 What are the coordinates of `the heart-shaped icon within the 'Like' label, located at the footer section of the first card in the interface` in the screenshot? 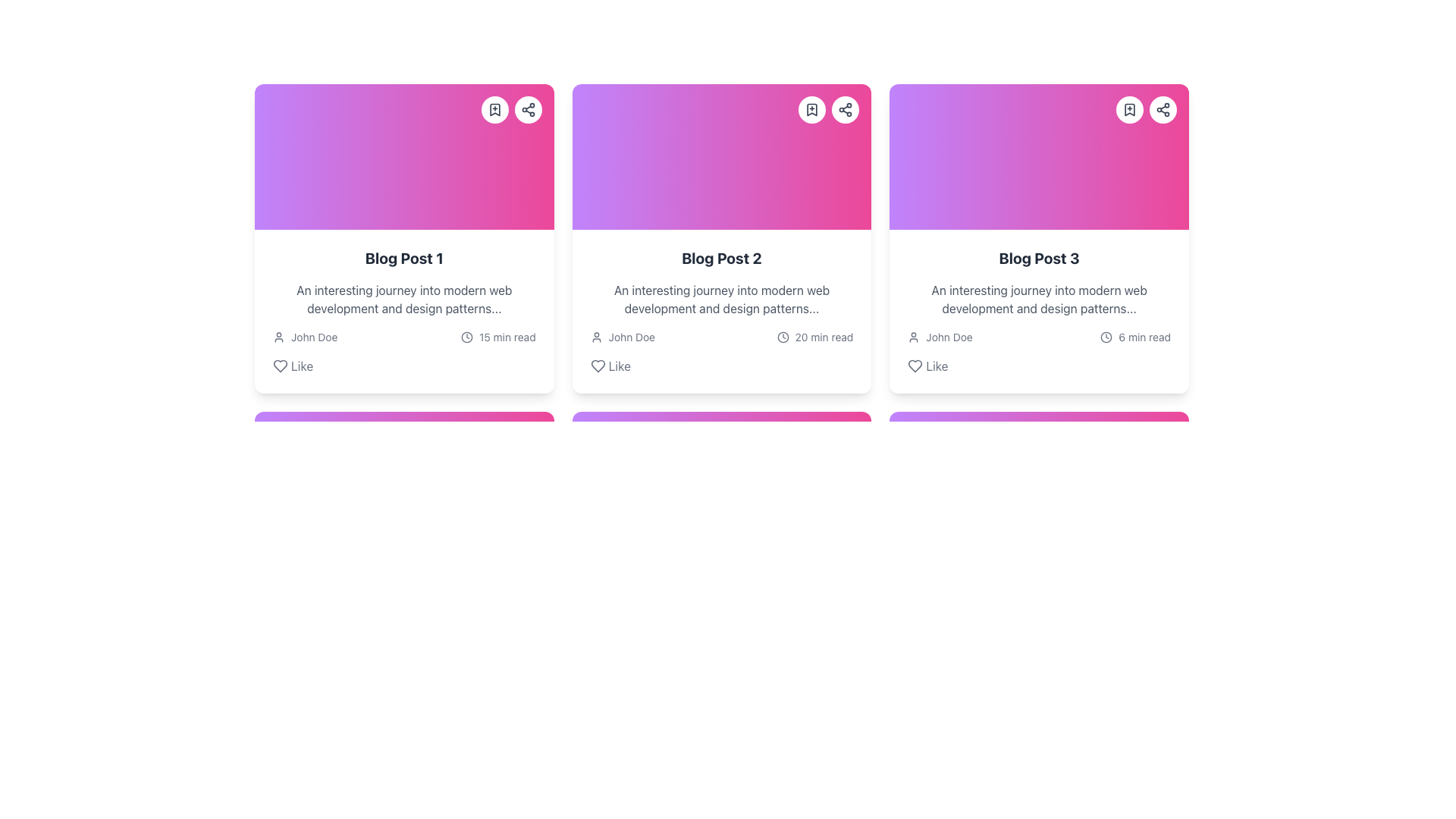 It's located at (280, 366).